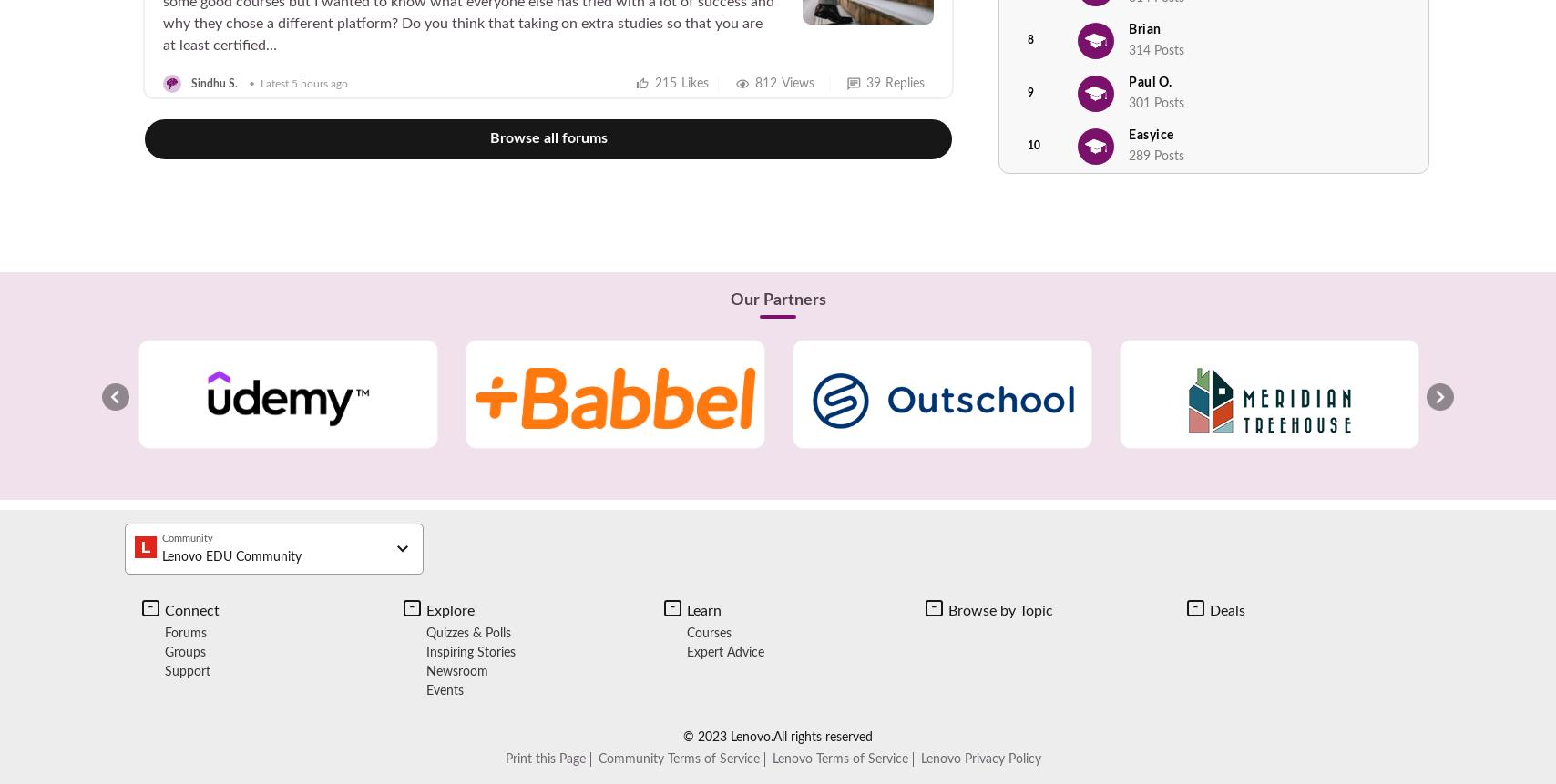  I want to click on '301 Posts', so click(1156, 101).